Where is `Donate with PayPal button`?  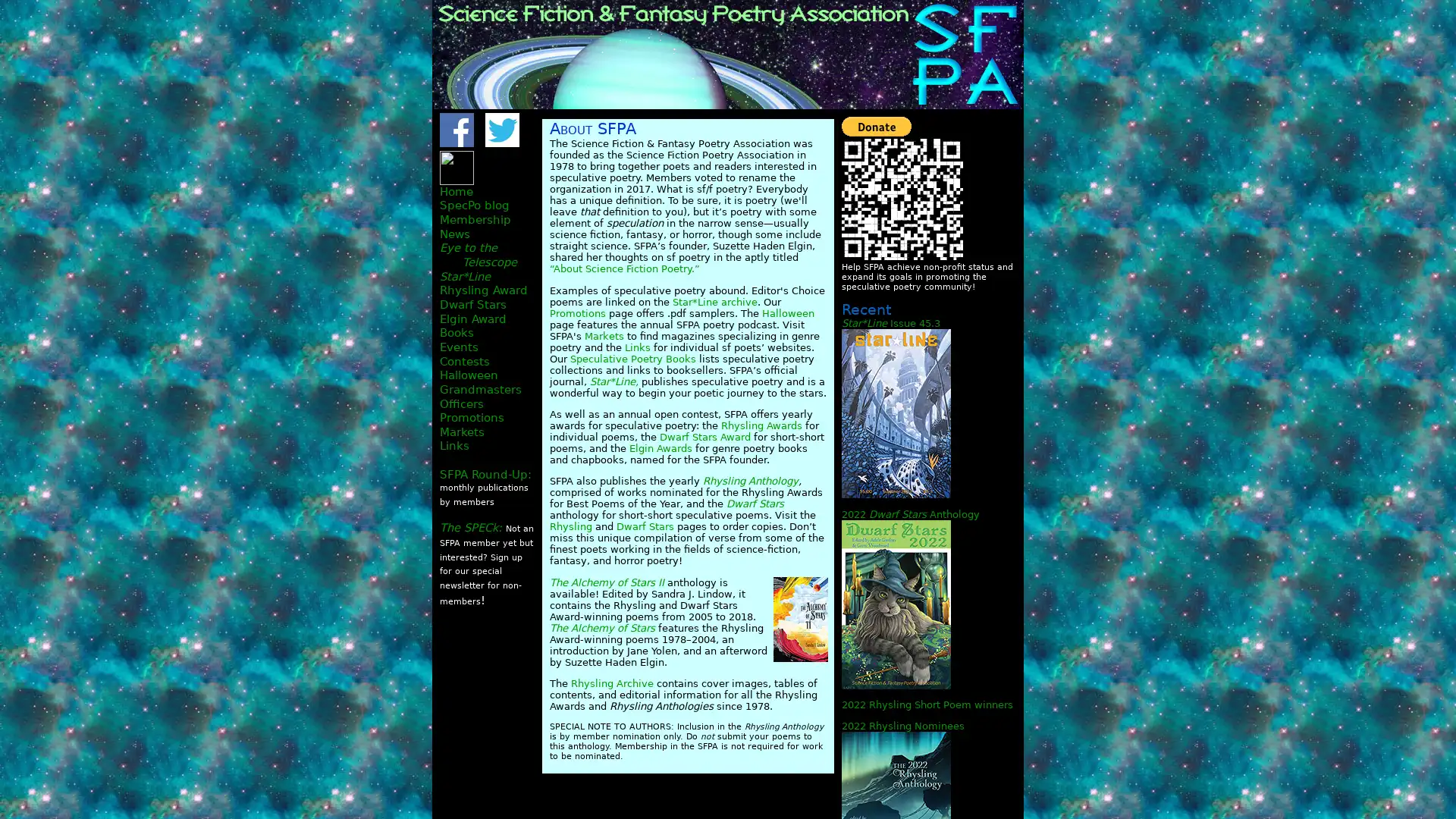
Donate with PayPal button is located at coordinates (877, 125).